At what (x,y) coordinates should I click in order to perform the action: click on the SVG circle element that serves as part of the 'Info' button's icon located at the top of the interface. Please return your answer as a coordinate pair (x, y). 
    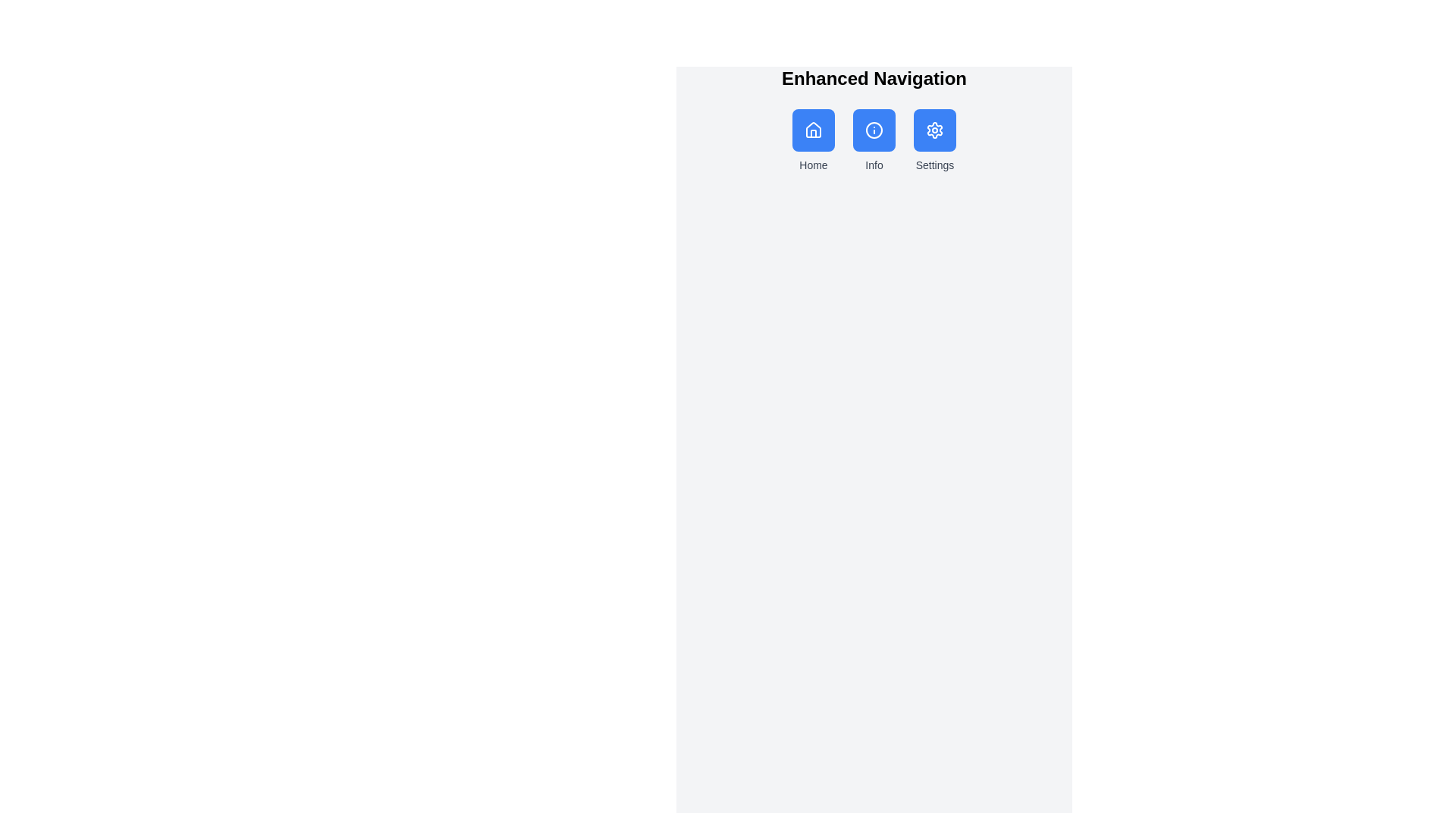
    Looking at the image, I should click on (874, 130).